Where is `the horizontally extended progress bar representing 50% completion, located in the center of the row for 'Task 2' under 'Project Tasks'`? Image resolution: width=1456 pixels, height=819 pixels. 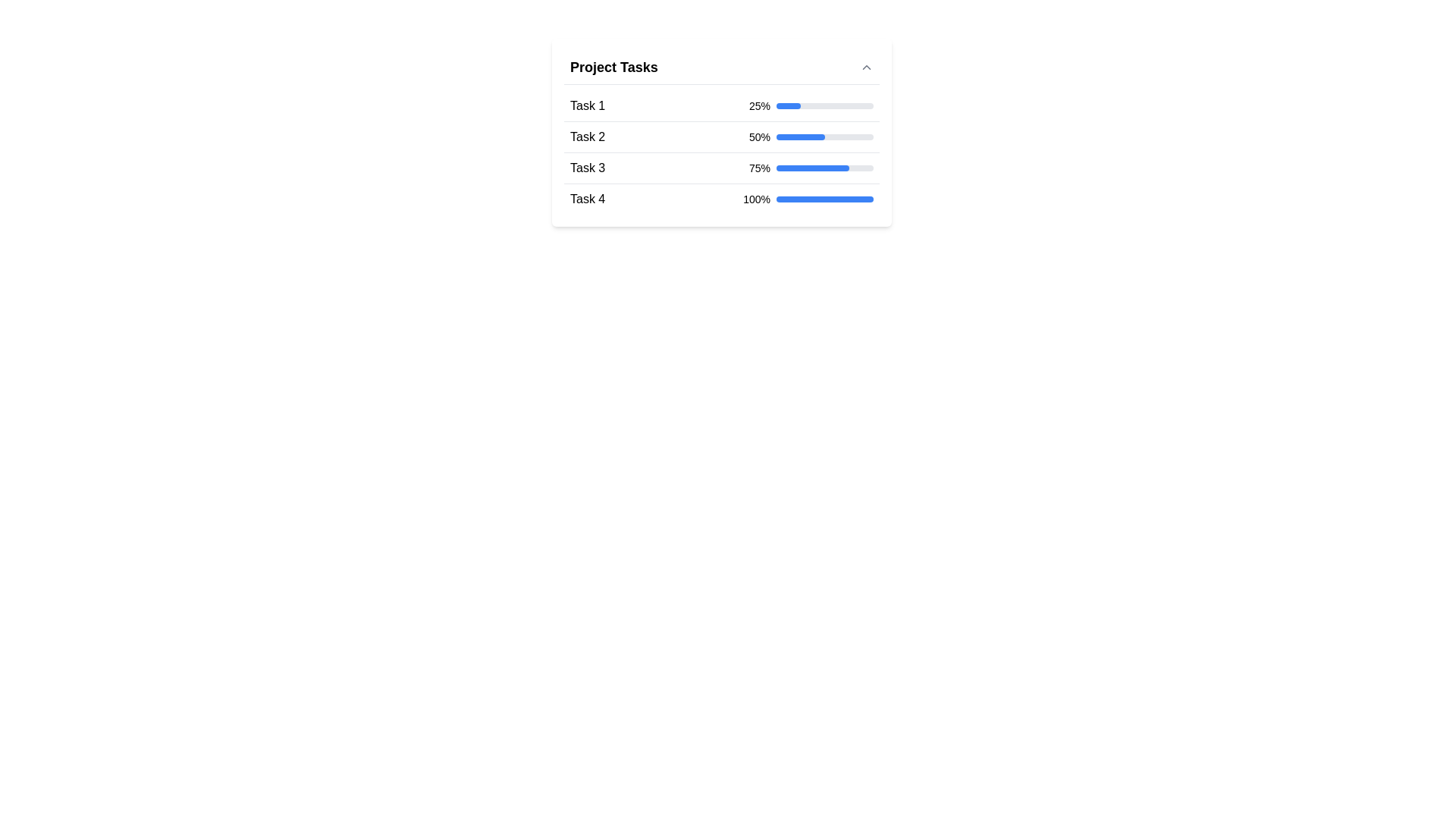 the horizontally extended progress bar representing 50% completion, located in the center of the row for 'Task 2' under 'Project Tasks' is located at coordinates (824, 137).